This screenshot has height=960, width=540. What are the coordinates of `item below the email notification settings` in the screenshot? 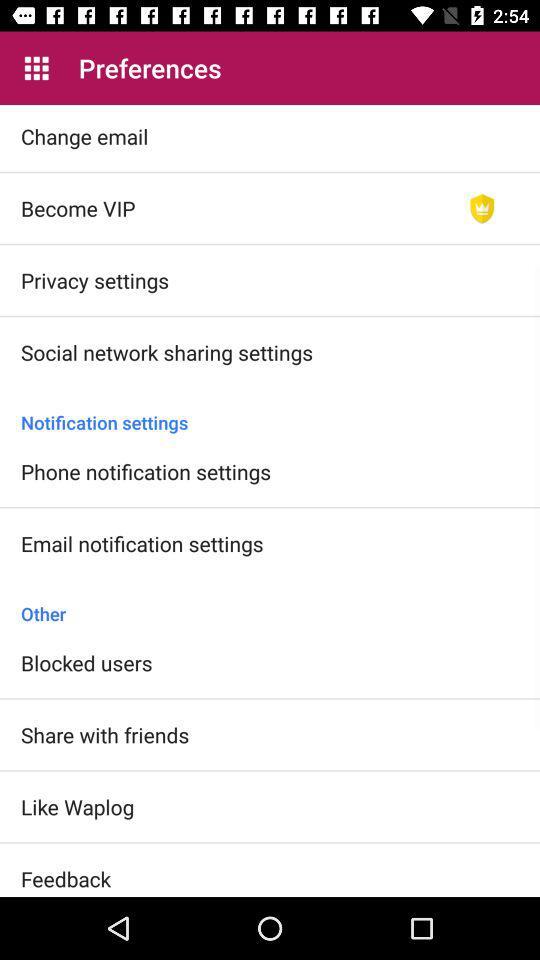 It's located at (270, 602).